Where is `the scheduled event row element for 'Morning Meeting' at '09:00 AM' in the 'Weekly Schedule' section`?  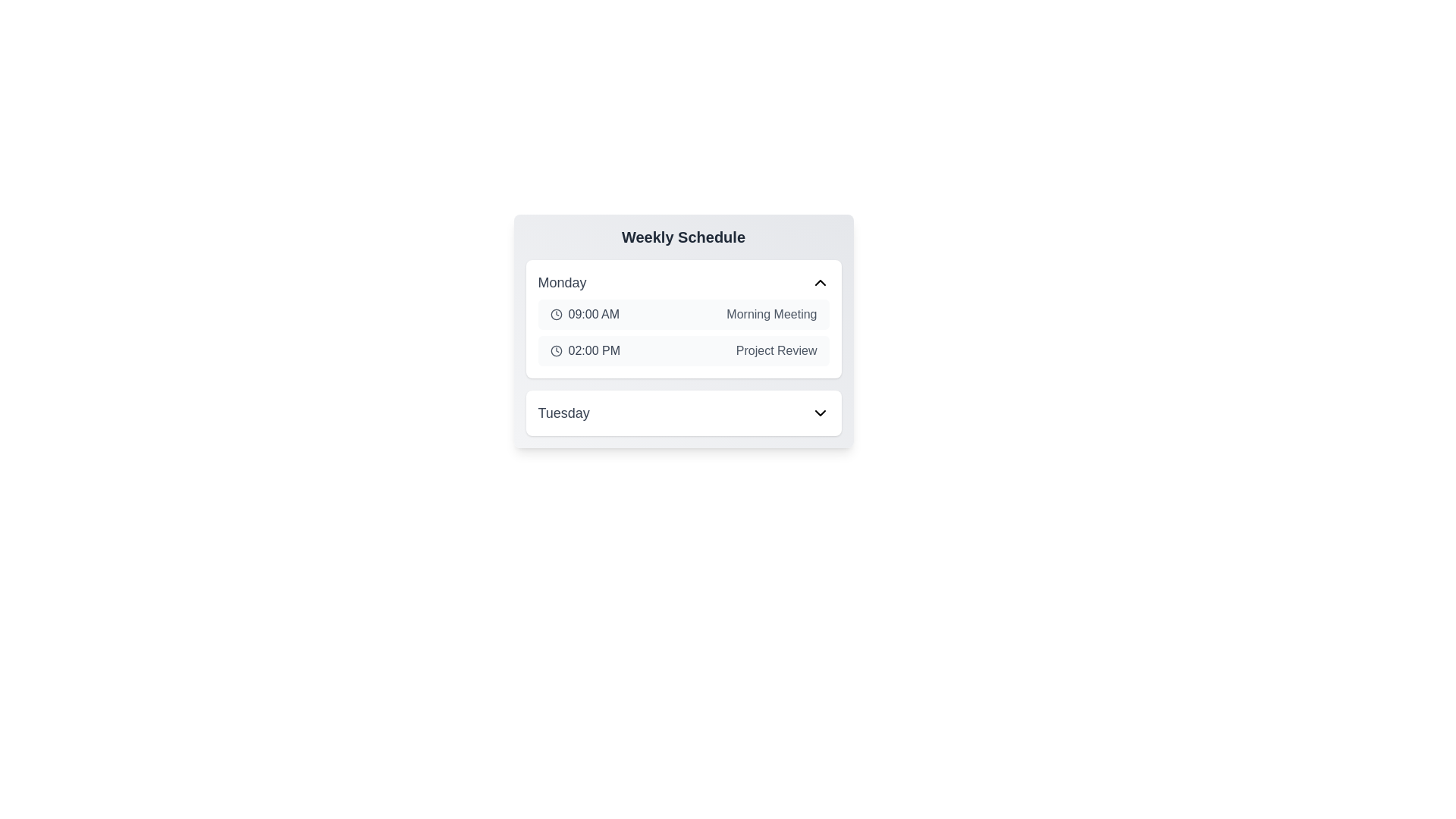 the scheduled event row element for 'Morning Meeting' at '09:00 AM' in the 'Weekly Schedule' section is located at coordinates (682, 314).